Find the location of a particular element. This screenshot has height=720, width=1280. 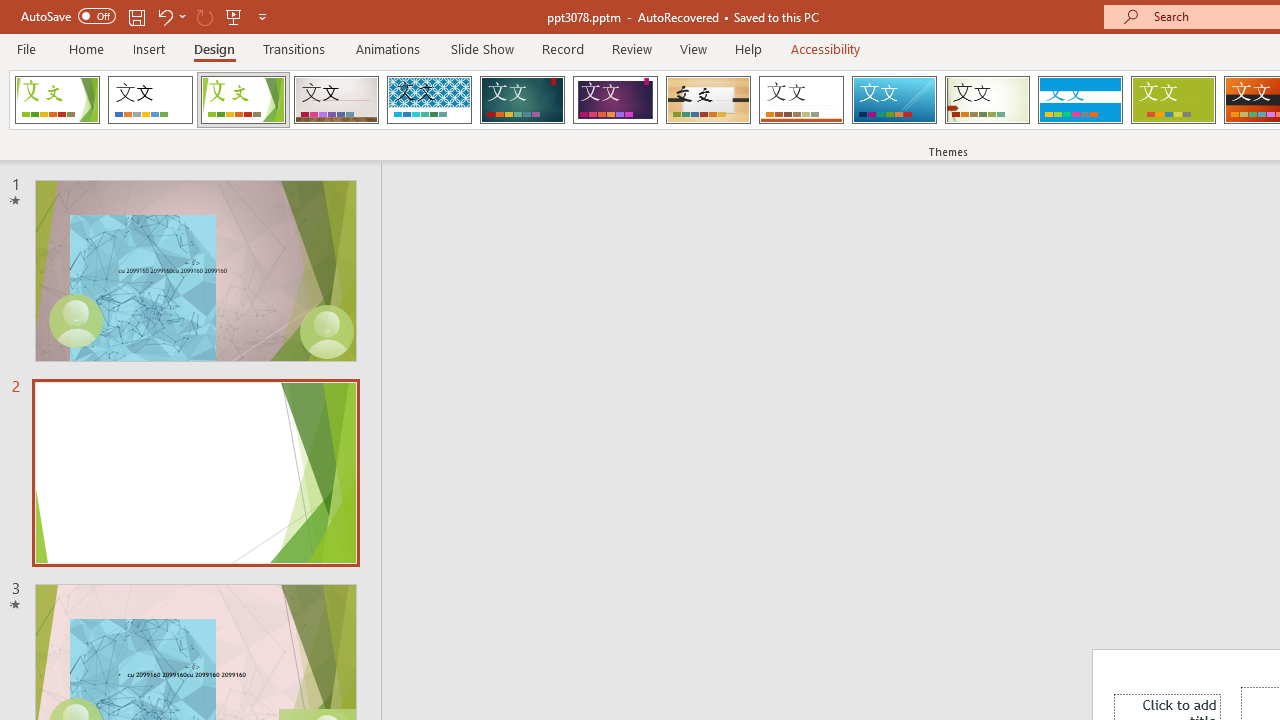

'Basis' is located at coordinates (1173, 100).